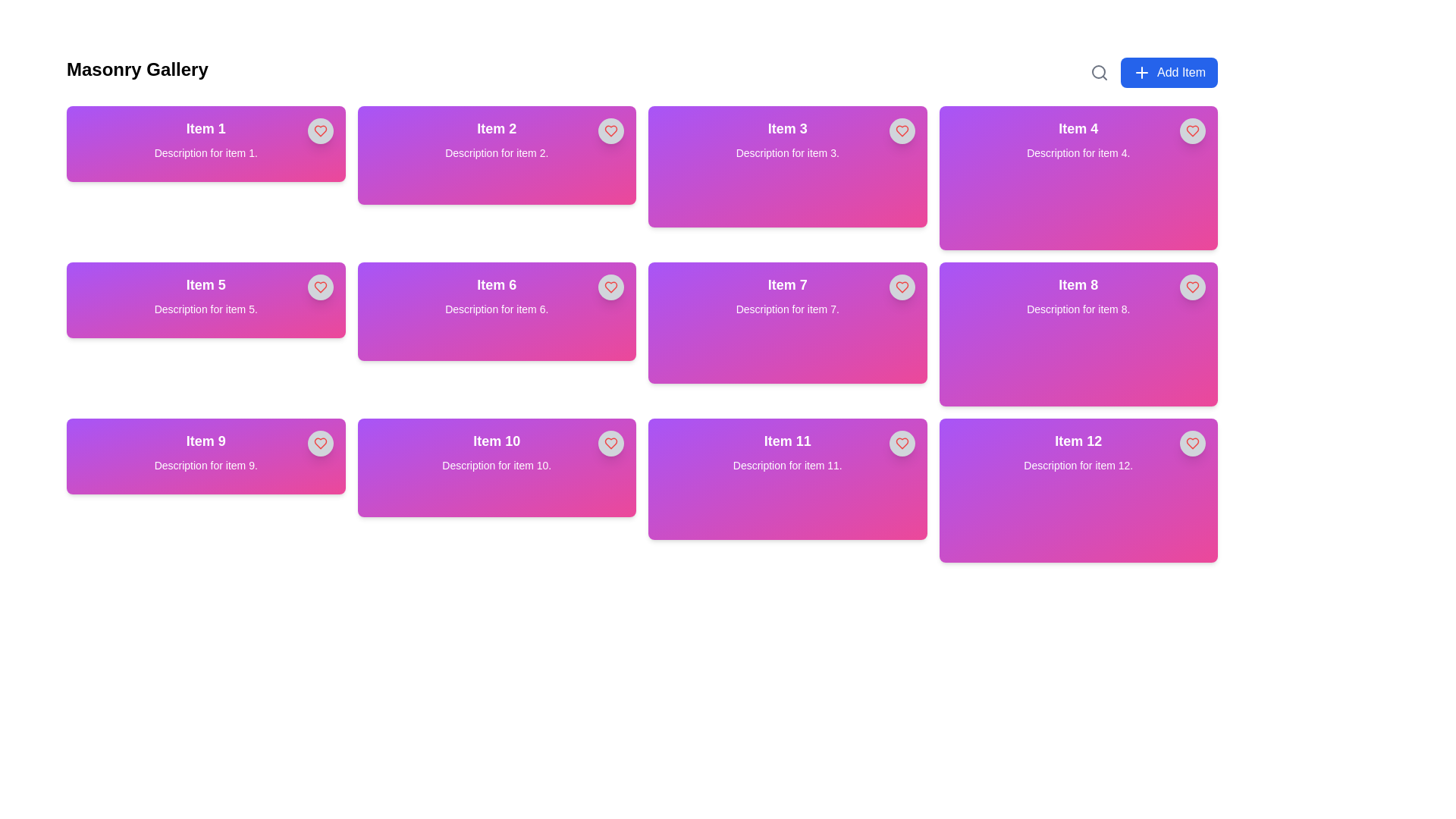 This screenshot has width=1456, height=819. I want to click on the button located at the top-right corner of the card for 'Item 2', so click(611, 130).